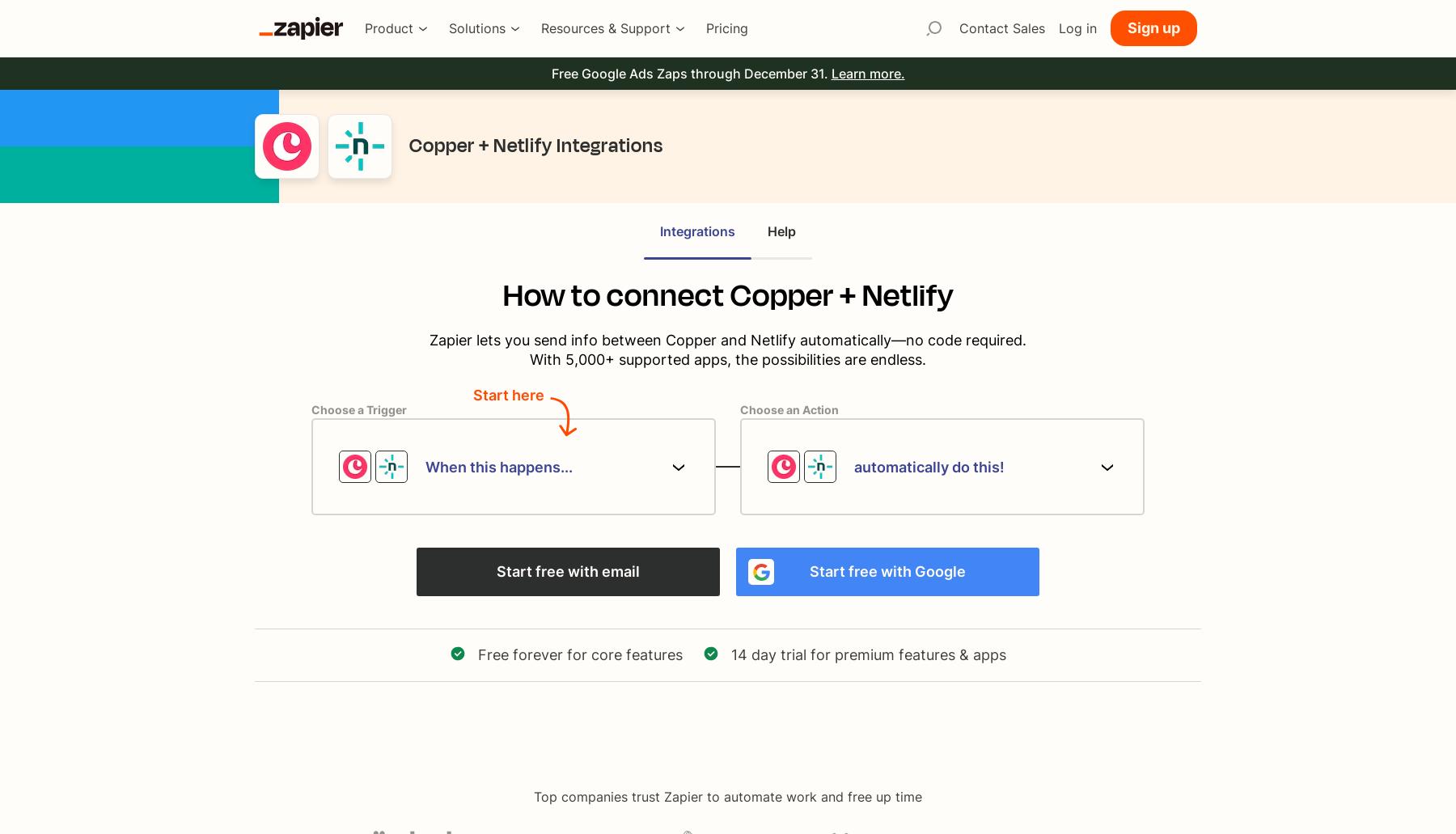 The image size is (1456, 834). Describe the element at coordinates (831, 74) in the screenshot. I see `'Learn more.'` at that location.